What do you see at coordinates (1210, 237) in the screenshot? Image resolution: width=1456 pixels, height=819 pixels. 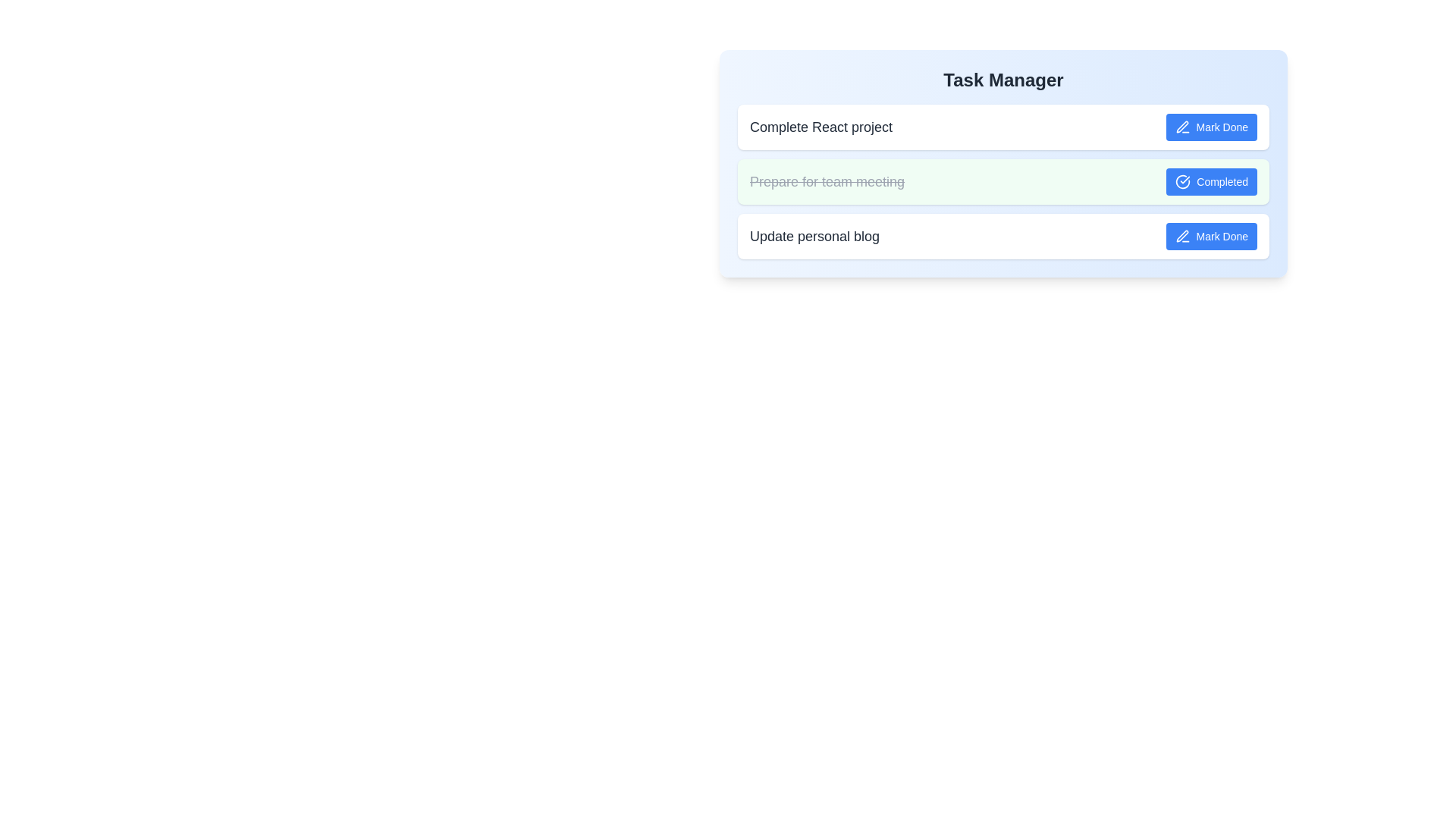 I see `button next to the task labeled 'Update personal blog' to toggle its completion status` at bounding box center [1210, 237].